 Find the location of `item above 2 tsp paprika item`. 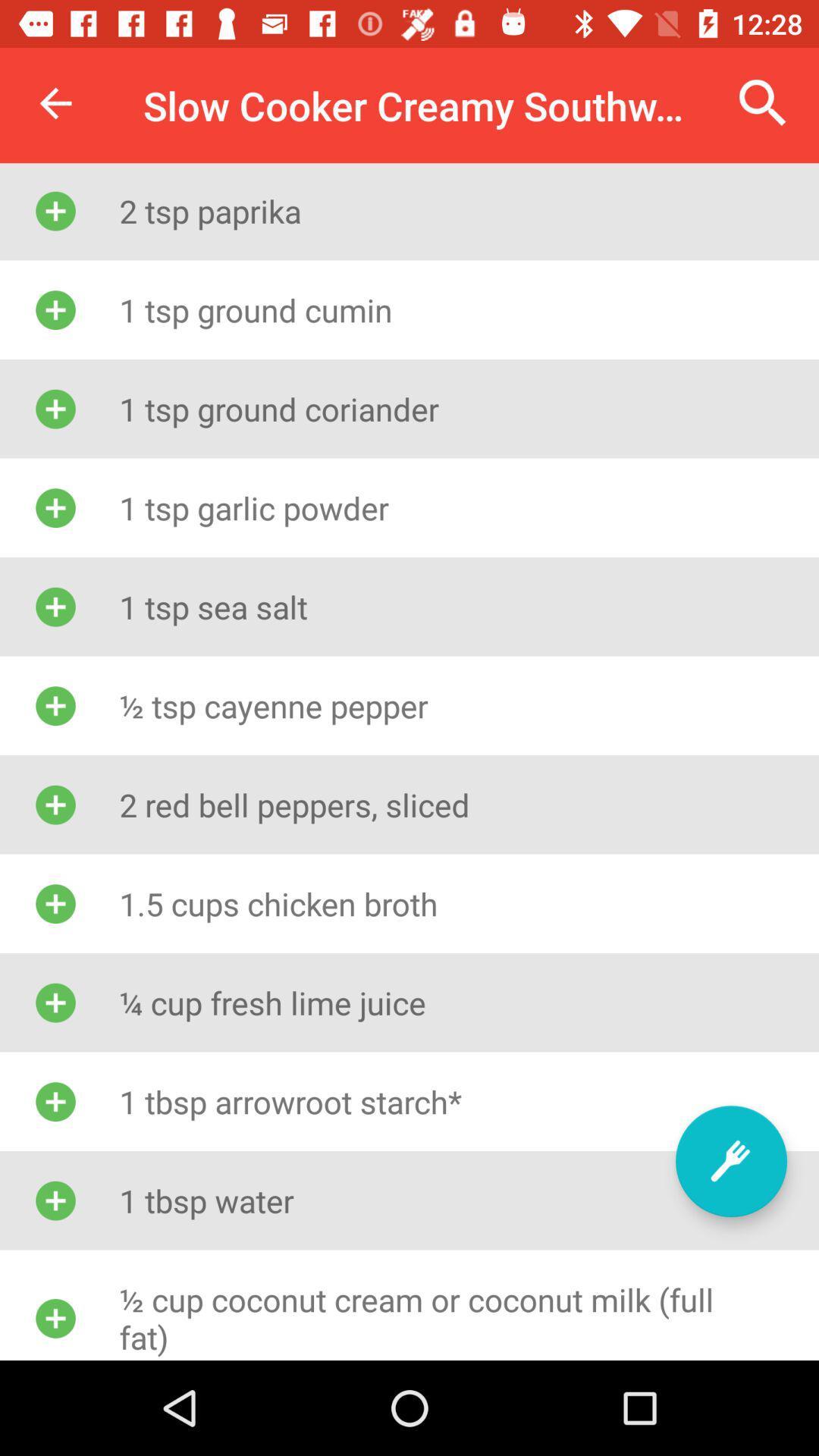

item above 2 tsp paprika item is located at coordinates (55, 102).